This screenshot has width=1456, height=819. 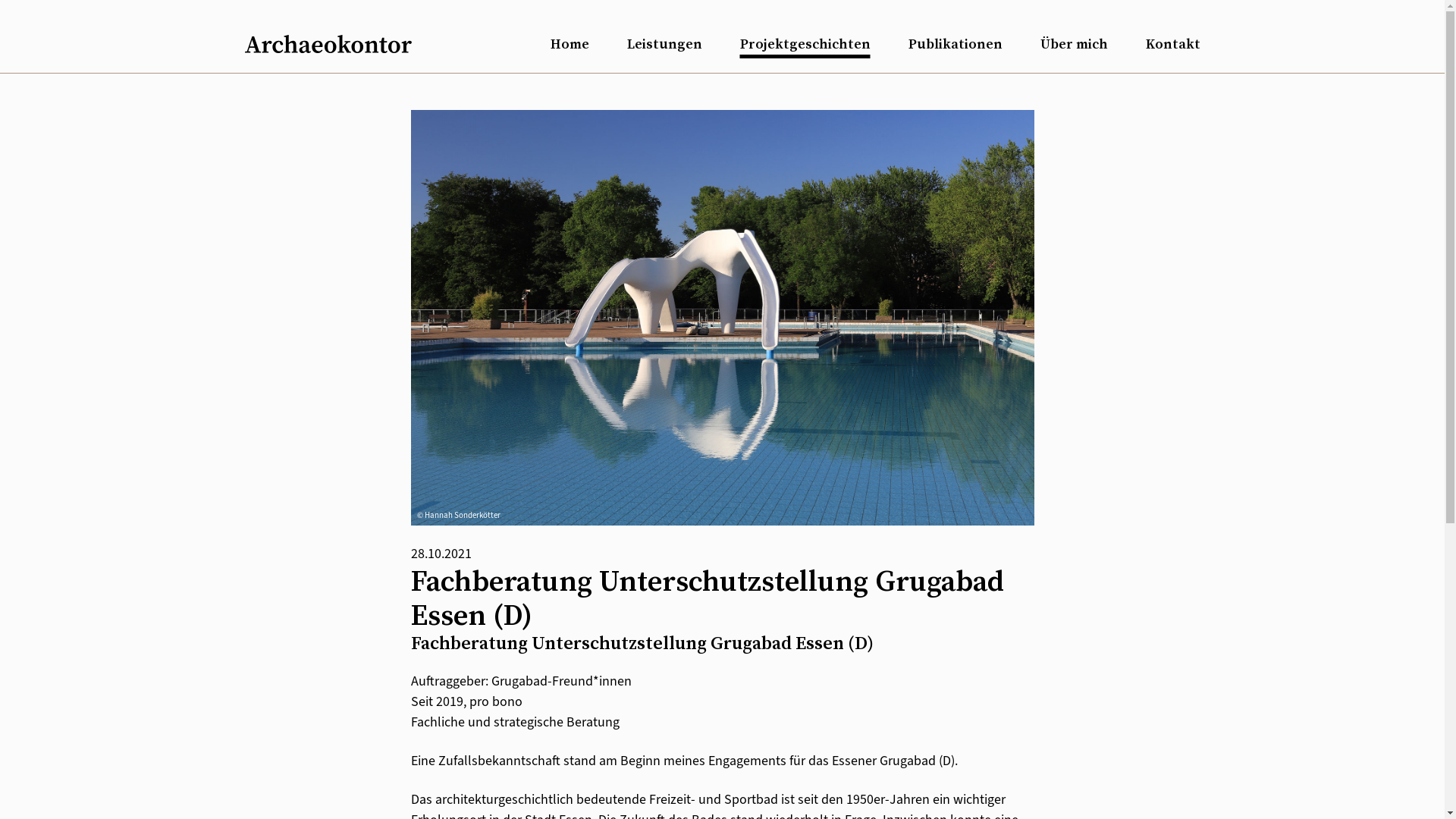 I want to click on 'Projektgeschichten', so click(x=804, y=42).